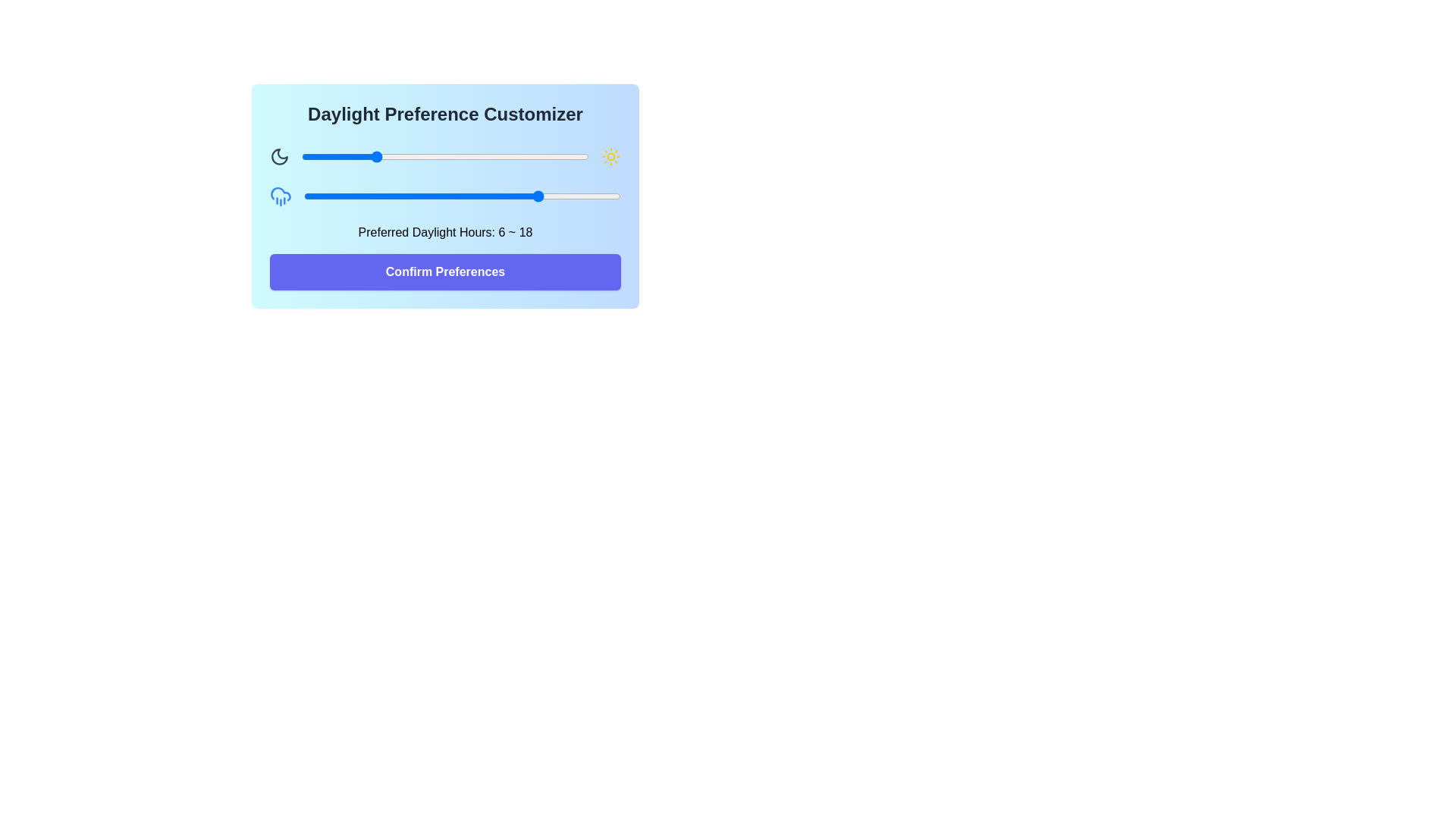 The width and height of the screenshot is (1456, 819). What do you see at coordinates (610, 157) in the screenshot?
I see `the sun icon, which is an SVG illustration characterized by a yellow central circle and radiating sunbeams, located at the far right of the layout` at bounding box center [610, 157].